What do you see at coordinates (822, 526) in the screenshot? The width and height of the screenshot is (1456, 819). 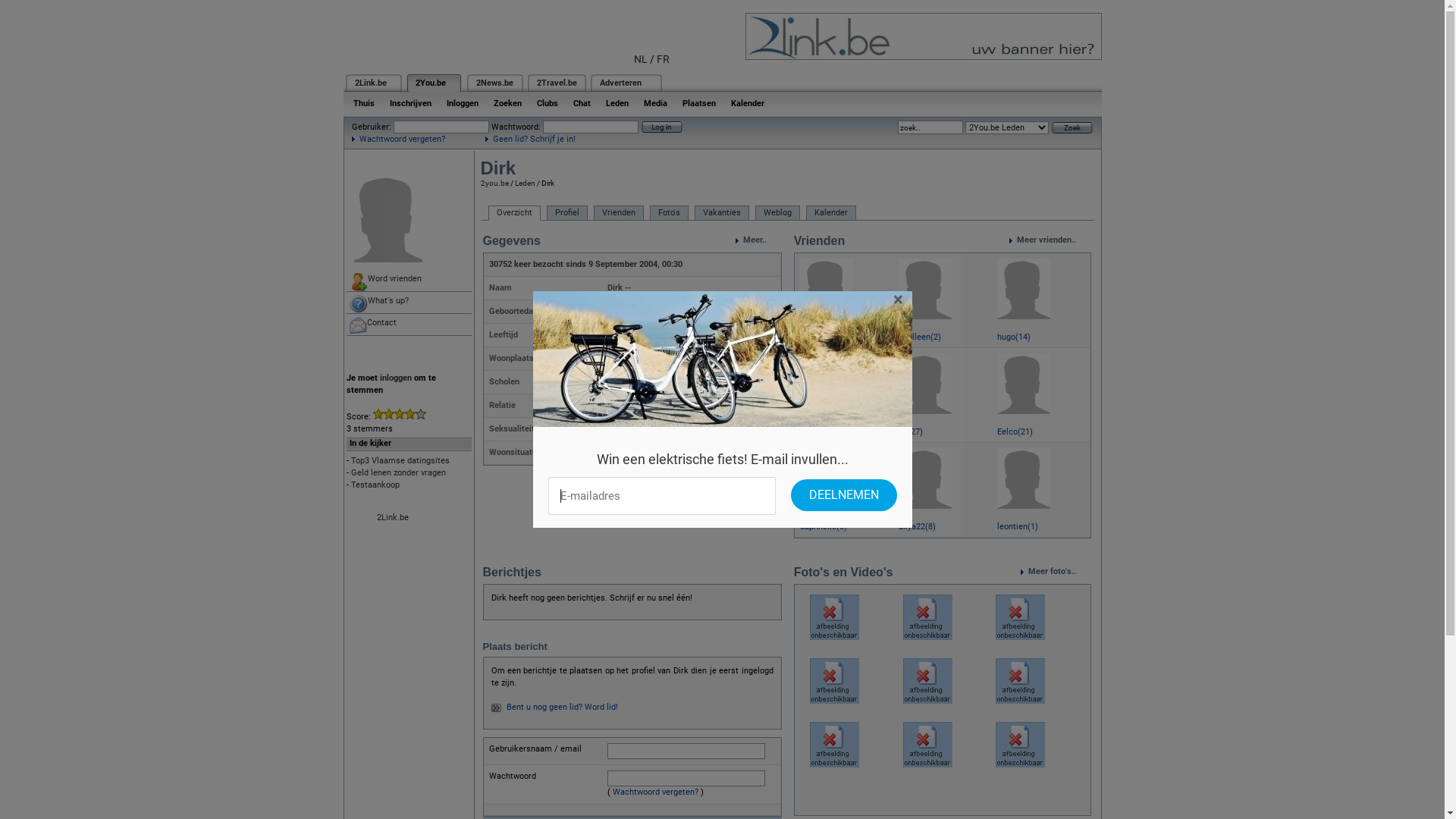 I see `'daphneke(8)'` at bounding box center [822, 526].